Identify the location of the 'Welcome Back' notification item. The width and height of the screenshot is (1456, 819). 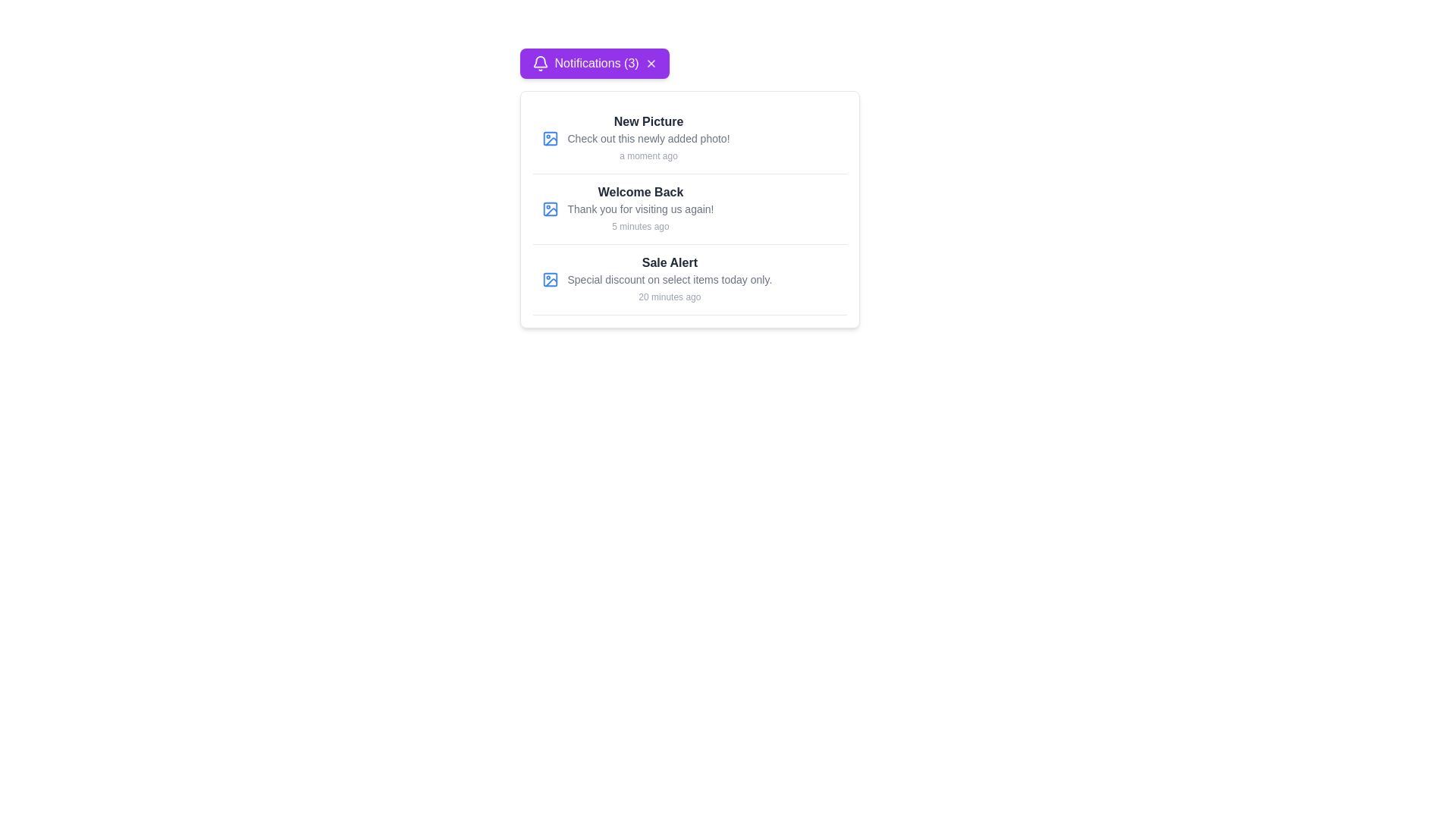
(640, 209).